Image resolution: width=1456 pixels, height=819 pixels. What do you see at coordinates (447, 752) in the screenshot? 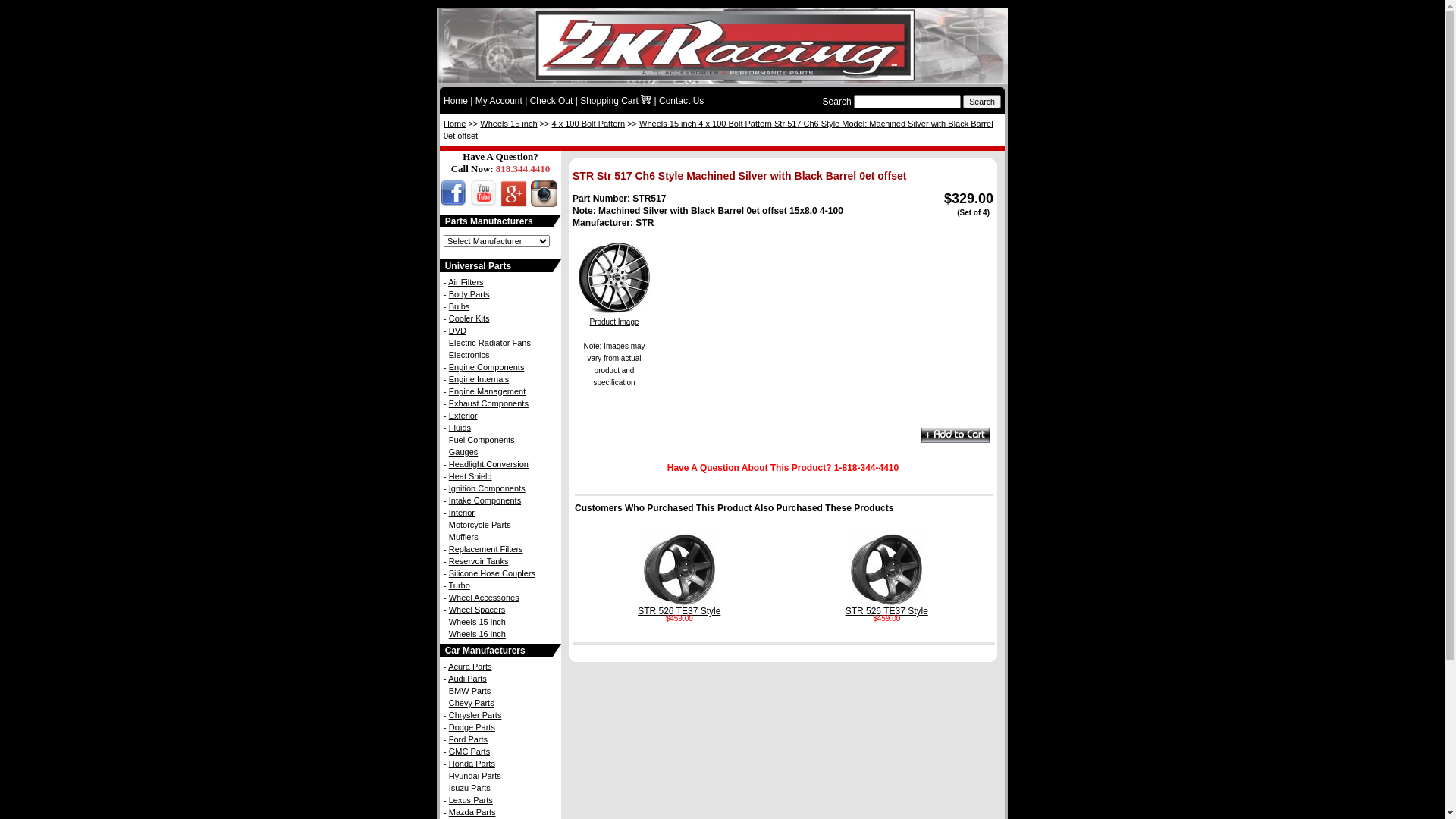
I see `'GMC Parts'` at bounding box center [447, 752].